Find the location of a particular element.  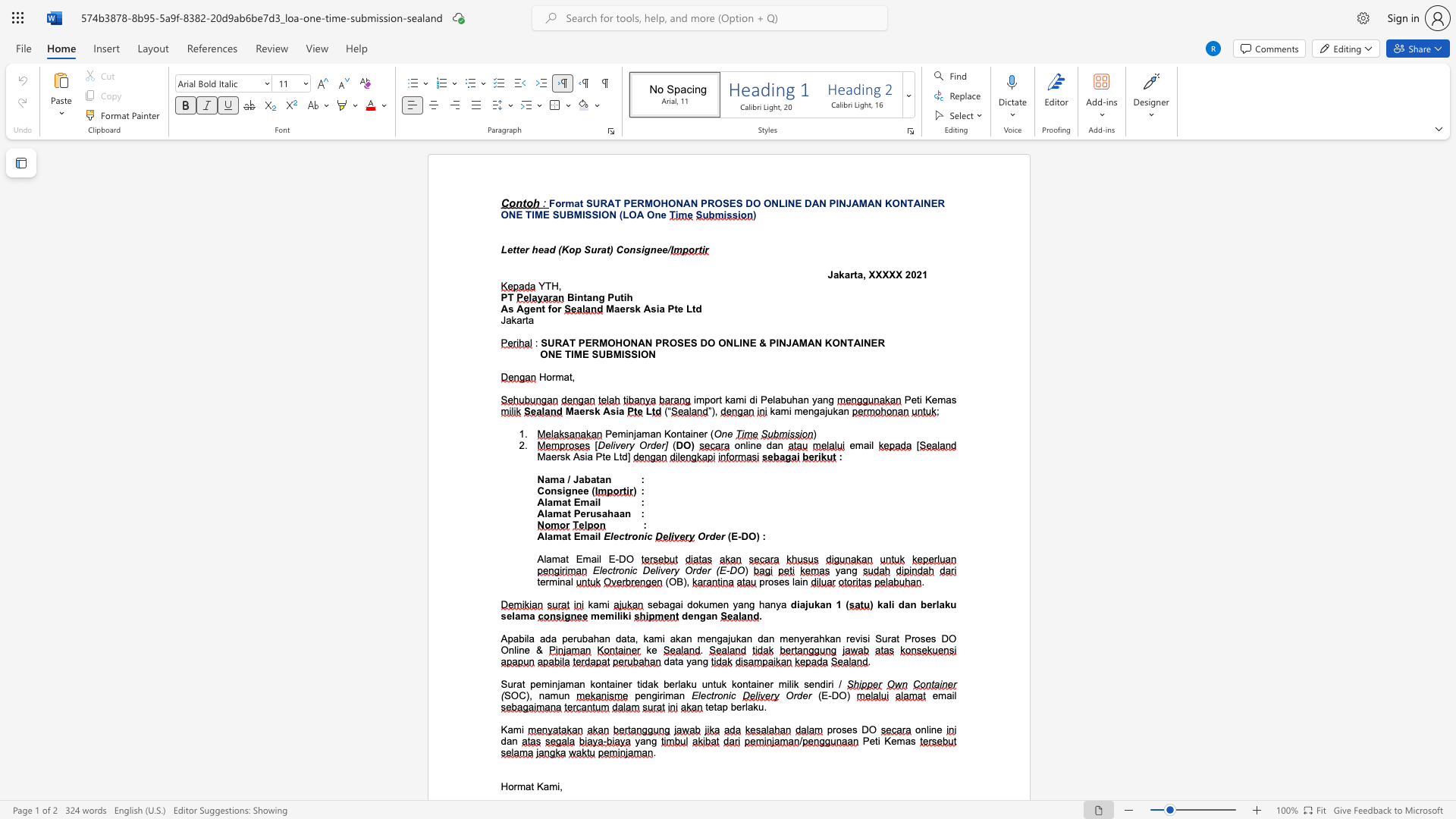

the subset text "signee" within the text "Consignee (" is located at coordinates (556, 491).